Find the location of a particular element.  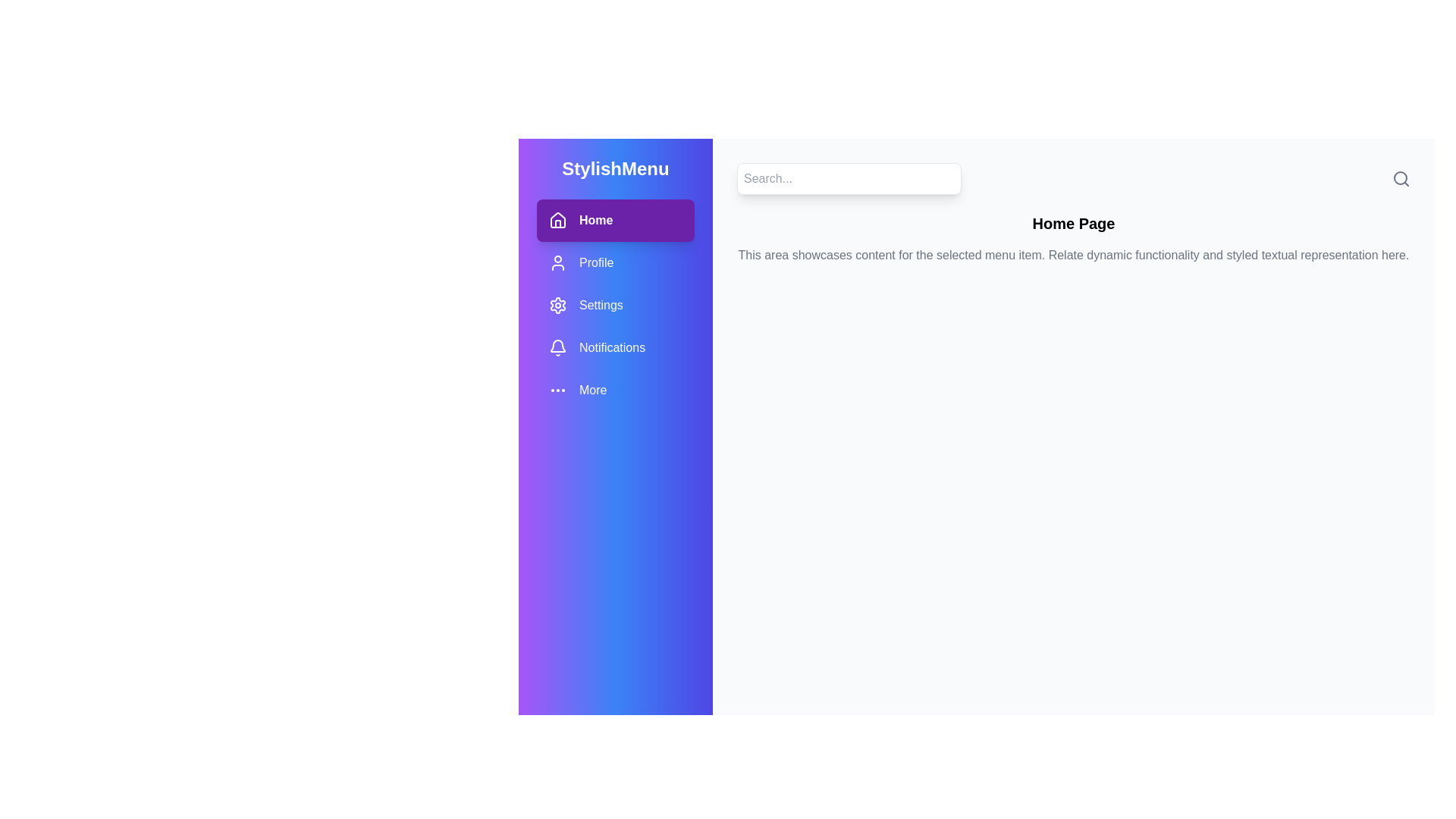

the menu item Home is located at coordinates (615, 220).